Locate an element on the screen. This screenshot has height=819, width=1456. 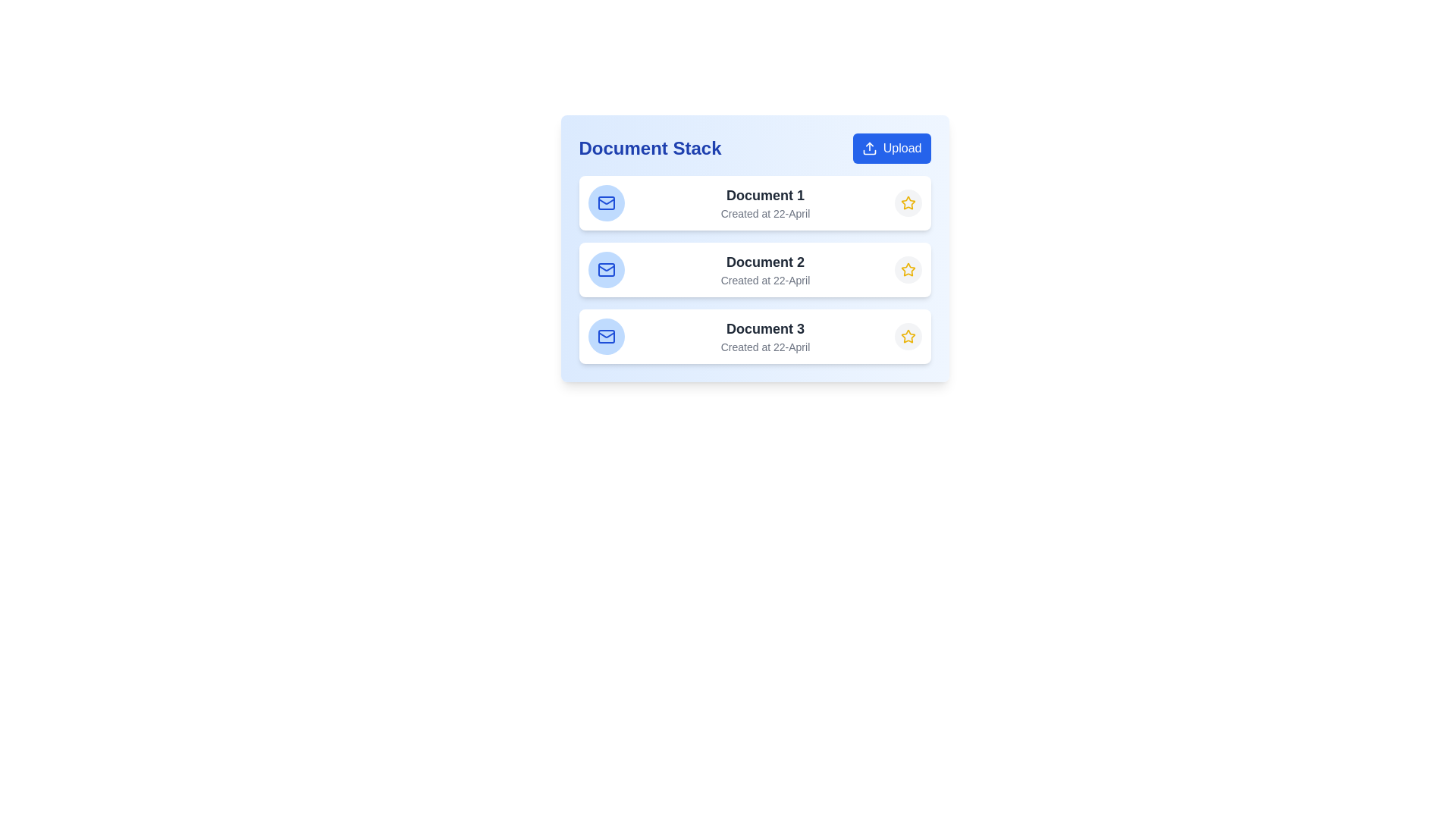
the star-shaped icon button located on the far right of the third item in the vertical list under 'Document Stack' is located at coordinates (908, 335).